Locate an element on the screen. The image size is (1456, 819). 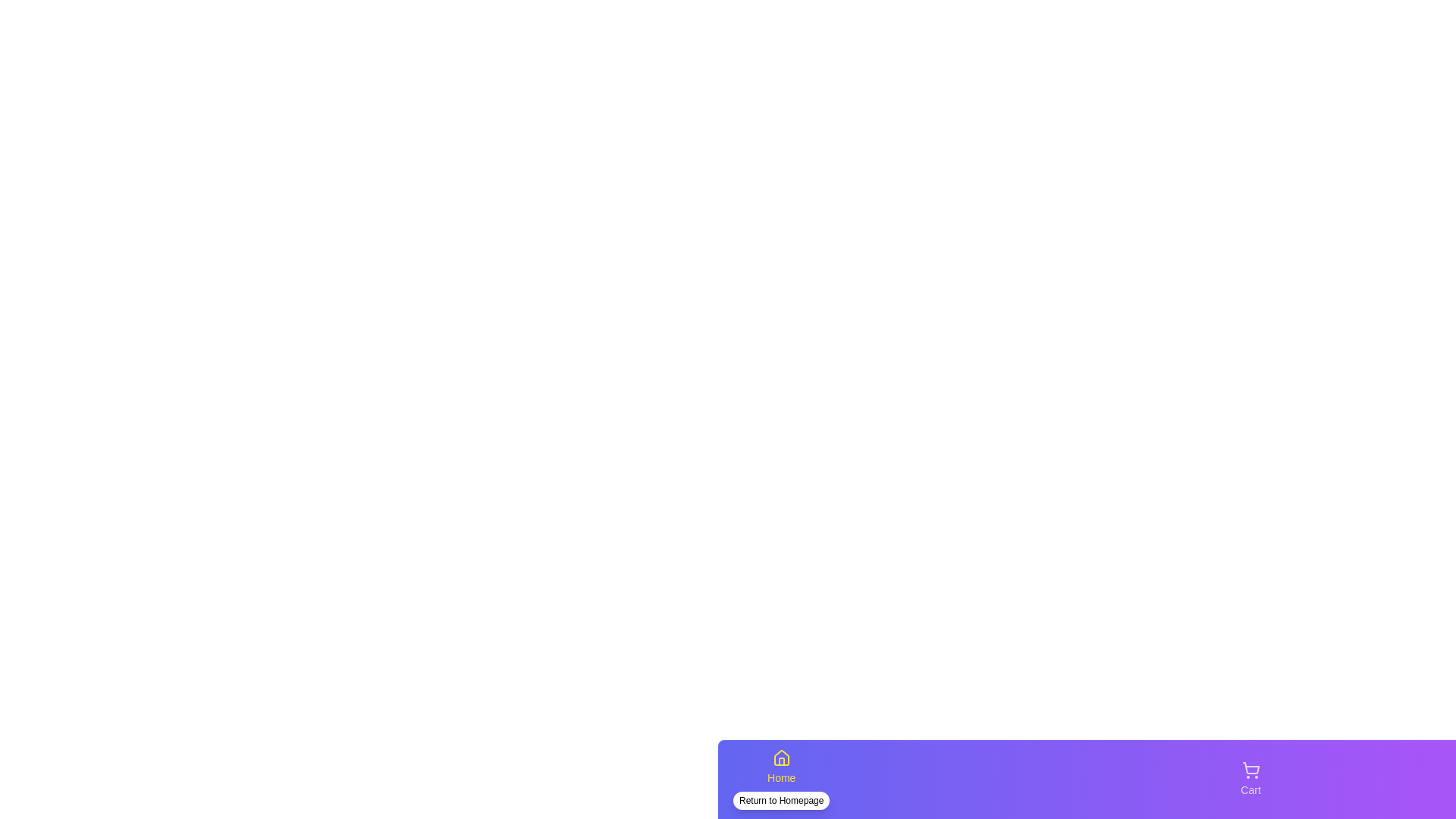
the tab labeled Cart to view its visual feedback is located at coordinates (1250, 780).